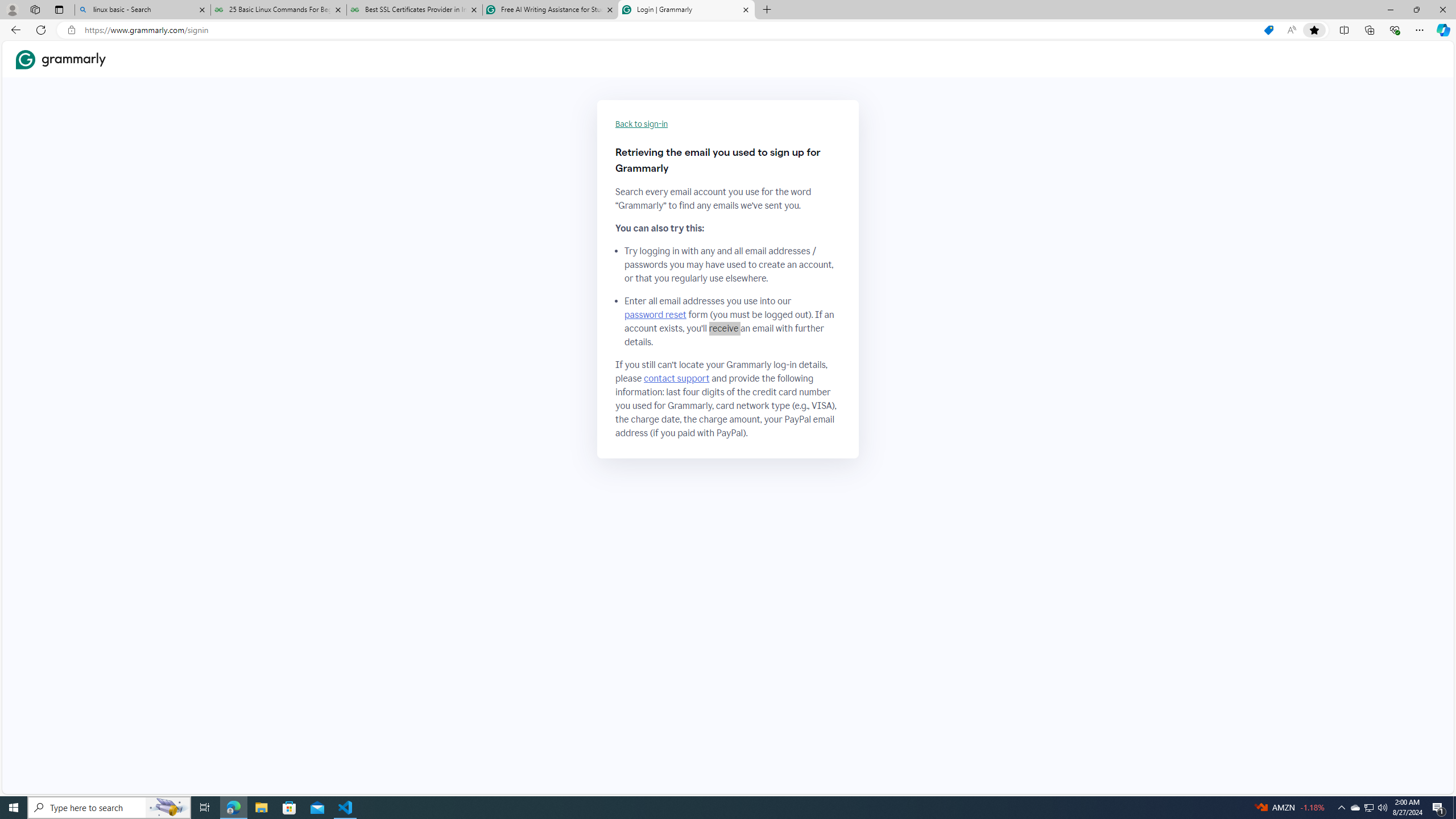  What do you see at coordinates (655, 314) in the screenshot?
I see `'password reset'` at bounding box center [655, 314].